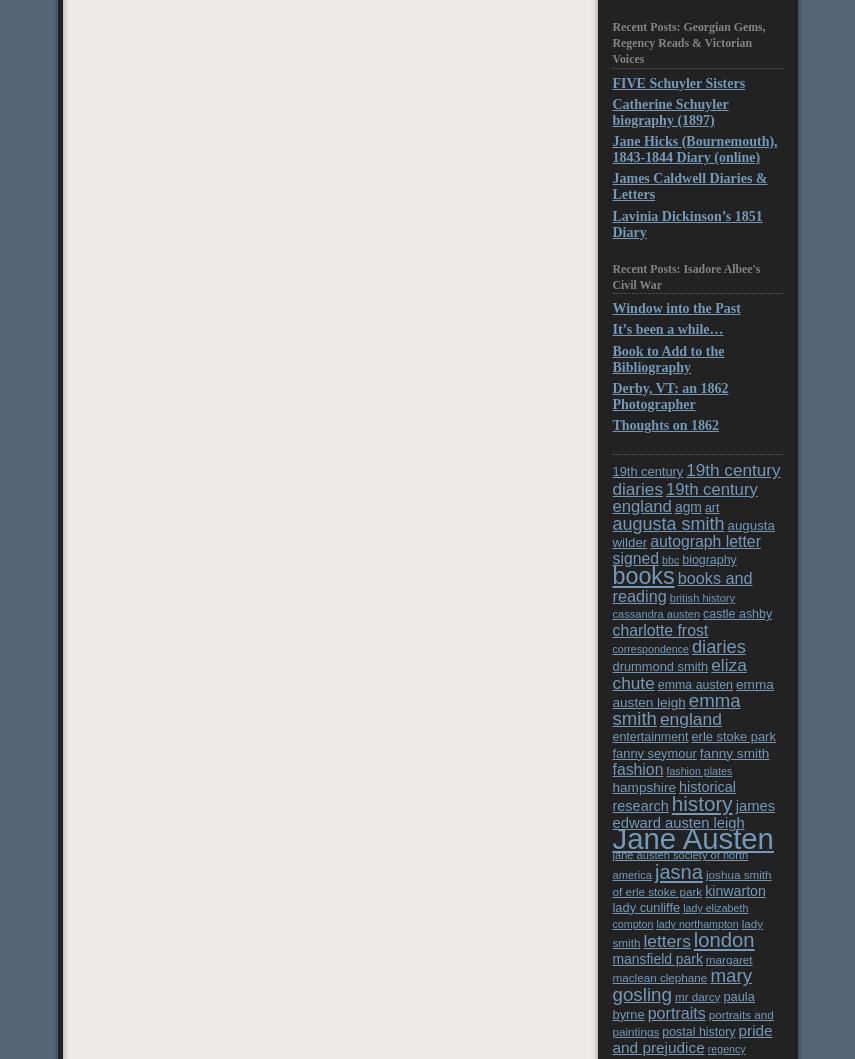 The image size is (855, 1059). Describe the element at coordinates (682, 586) in the screenshot. I see `'books and reading'` at that location.